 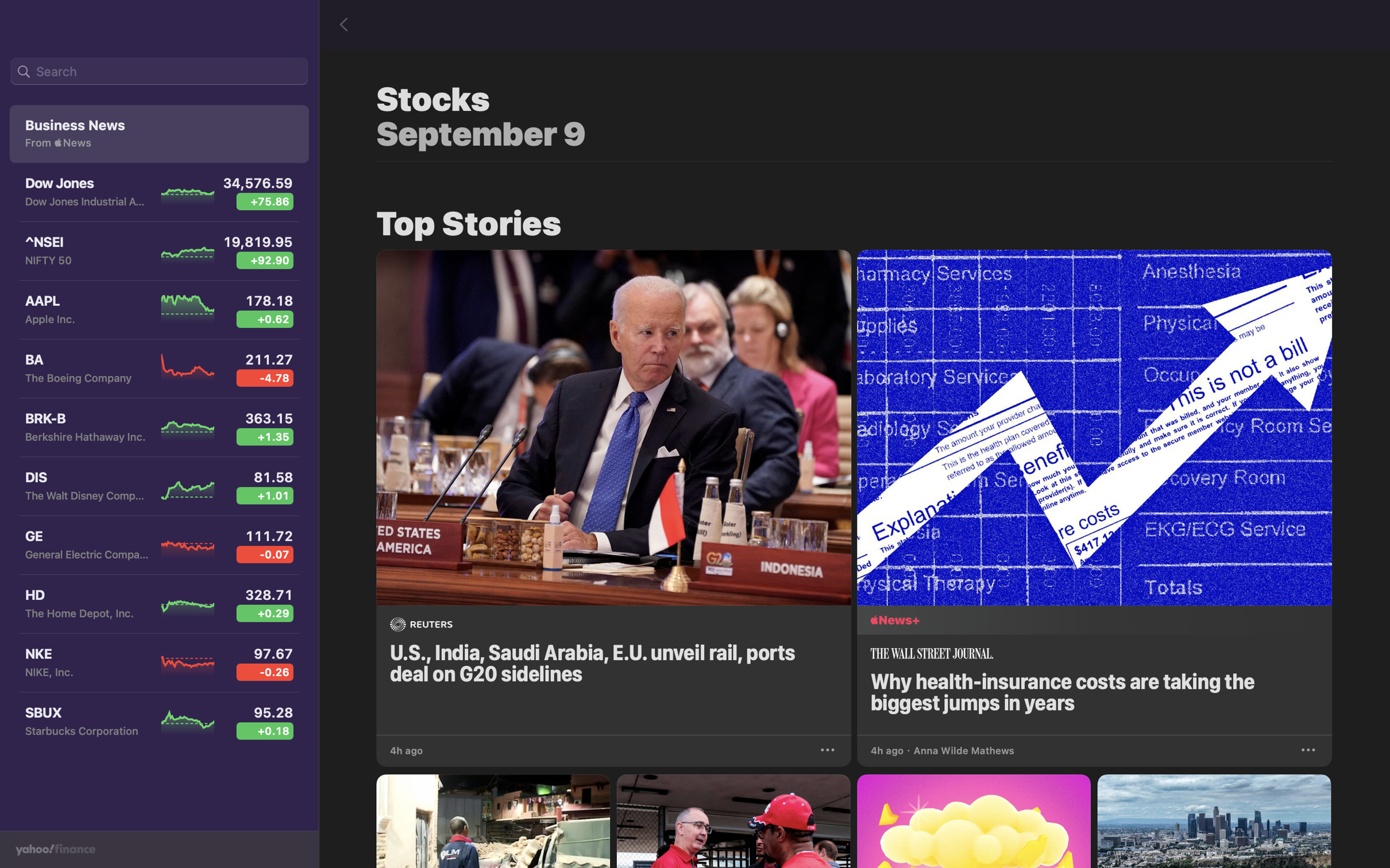 What do you see at coordinates (159, 72) in the screenshot?
I see `Search for the "IBM" stock in the bar on top left` at bounding box center [159, 72].